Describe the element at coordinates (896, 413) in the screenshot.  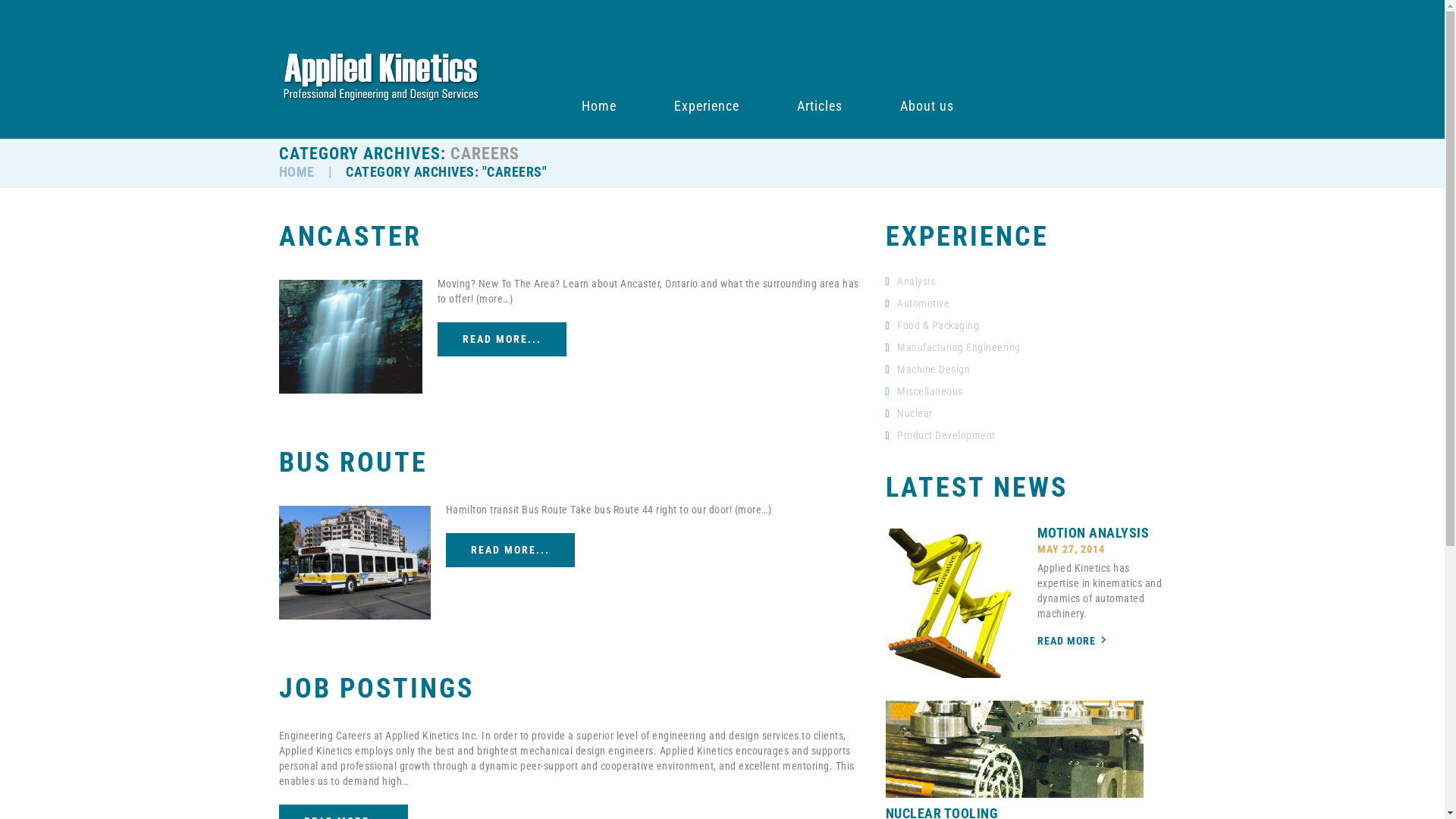
I see `'Nuclear'` at that location.